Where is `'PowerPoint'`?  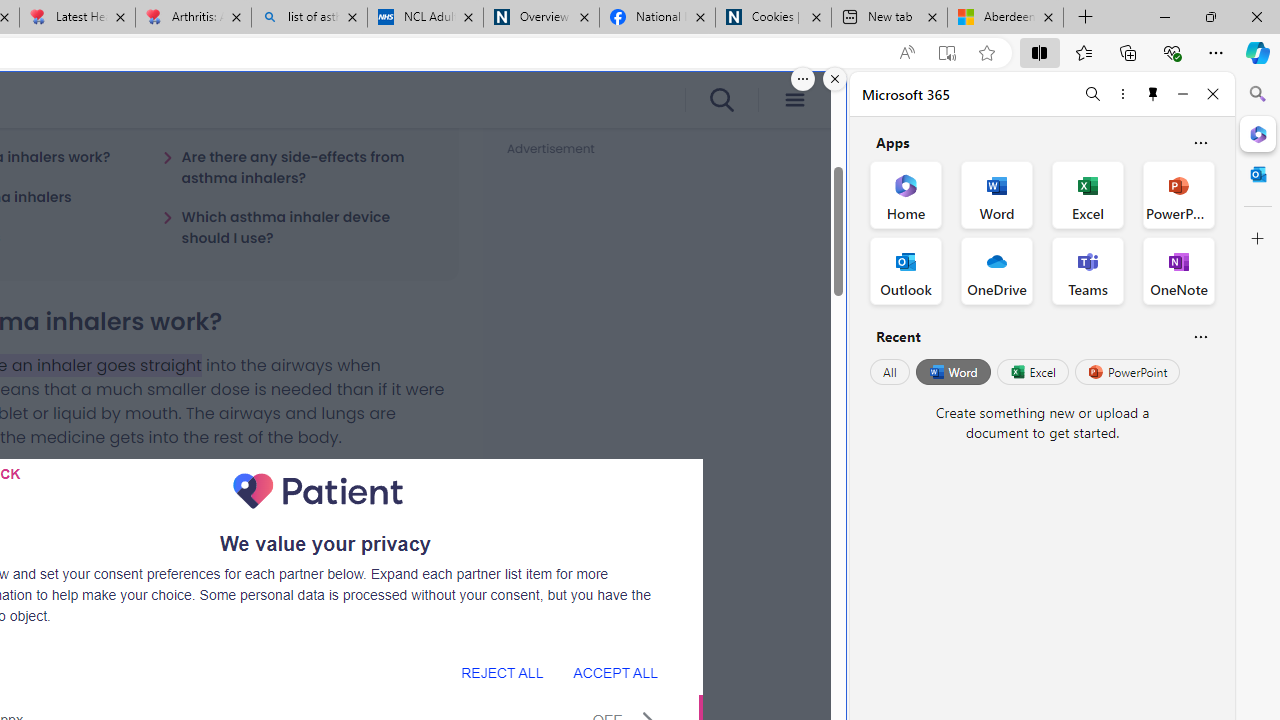
'PowerPoint' is located at coordinates (1127, 372).